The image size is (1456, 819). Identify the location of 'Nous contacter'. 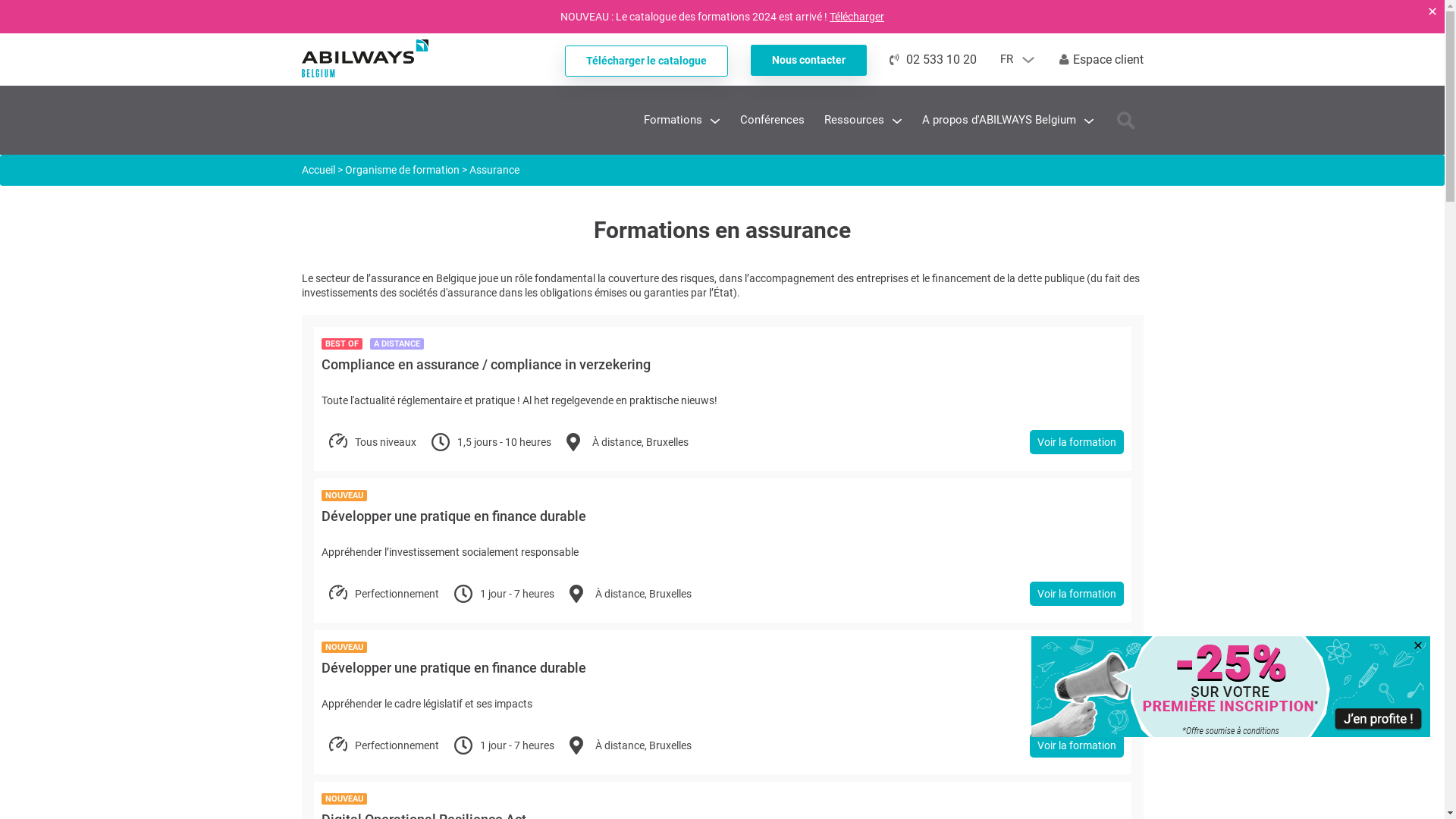
(750, 59).